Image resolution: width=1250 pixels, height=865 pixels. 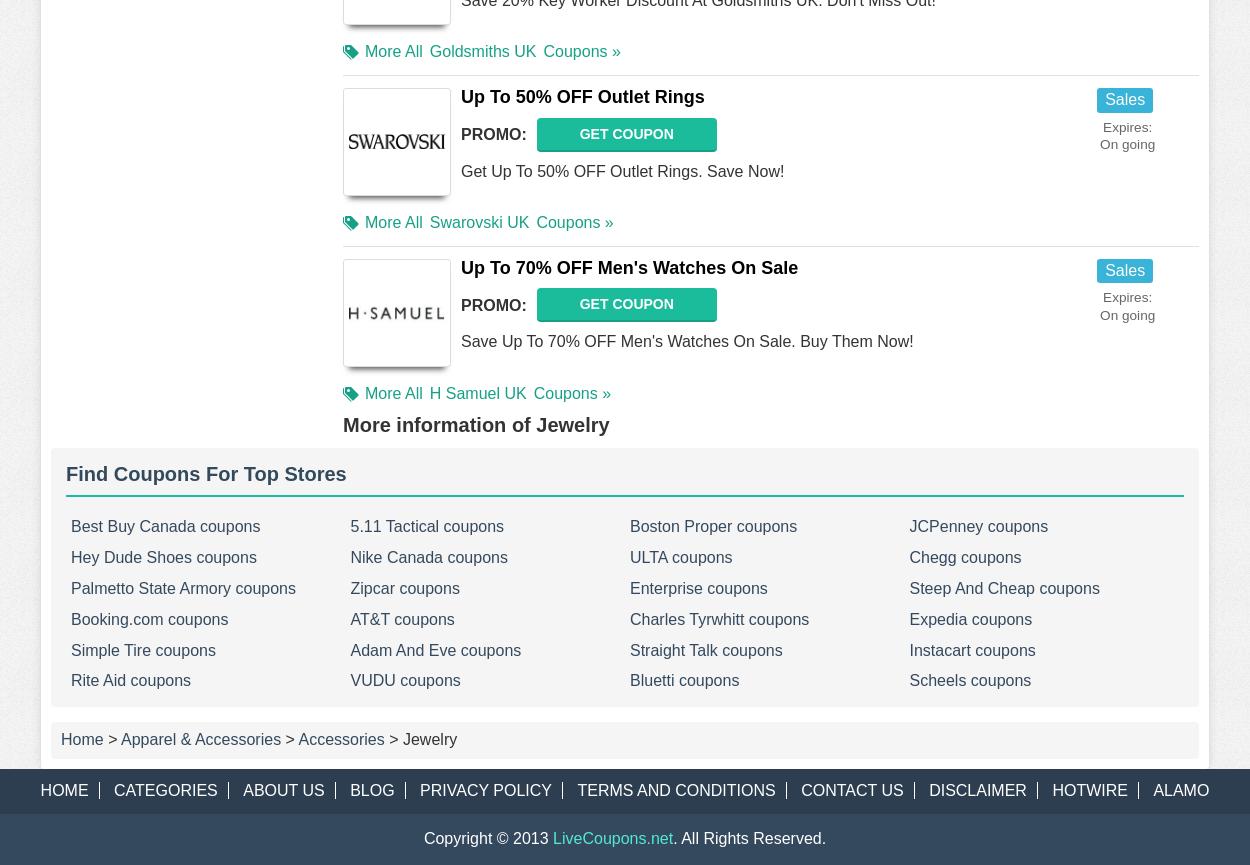 What do you see at coordinates (70, 556) in the screenshot?
I see `'Hey Dude Shoes coupons'` at bounding box center [70, 556].